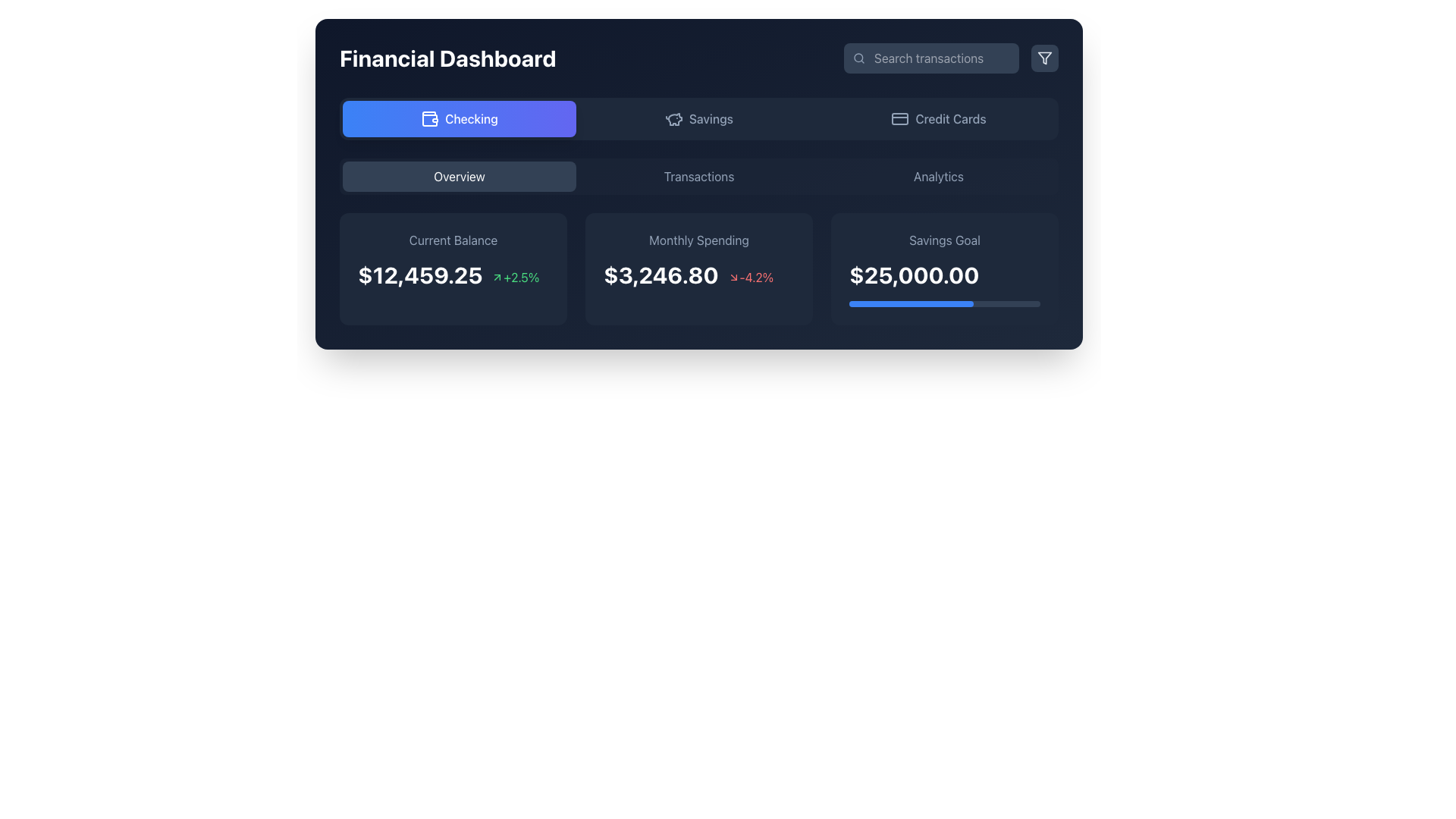  I want to click on the small dark slate-blue button with rounded corners and a filter icon (funnel) located in the top-right corner of the dashboard header, so click(1043, 58).